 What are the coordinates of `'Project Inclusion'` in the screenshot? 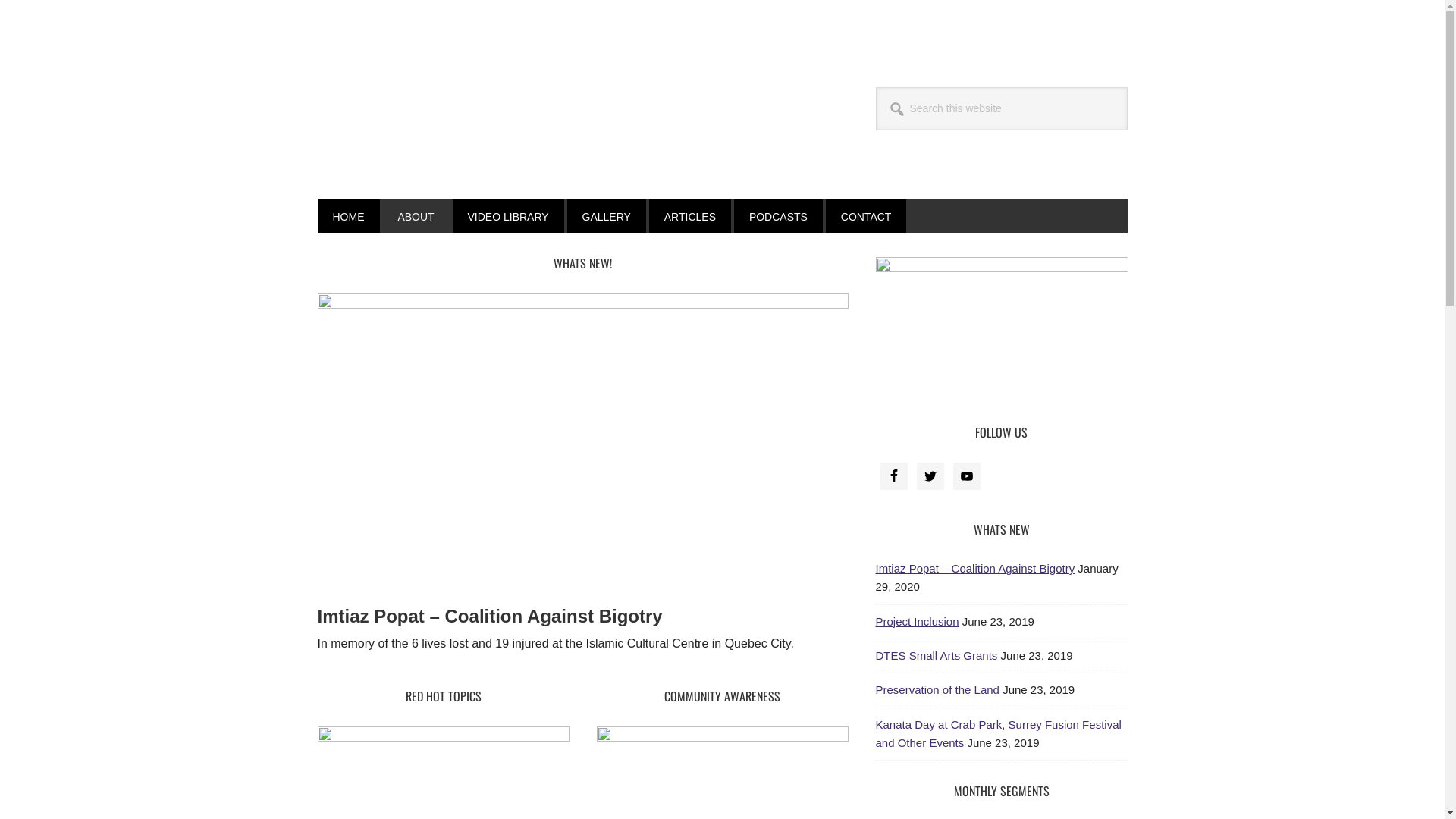 It's located at (916, 621).